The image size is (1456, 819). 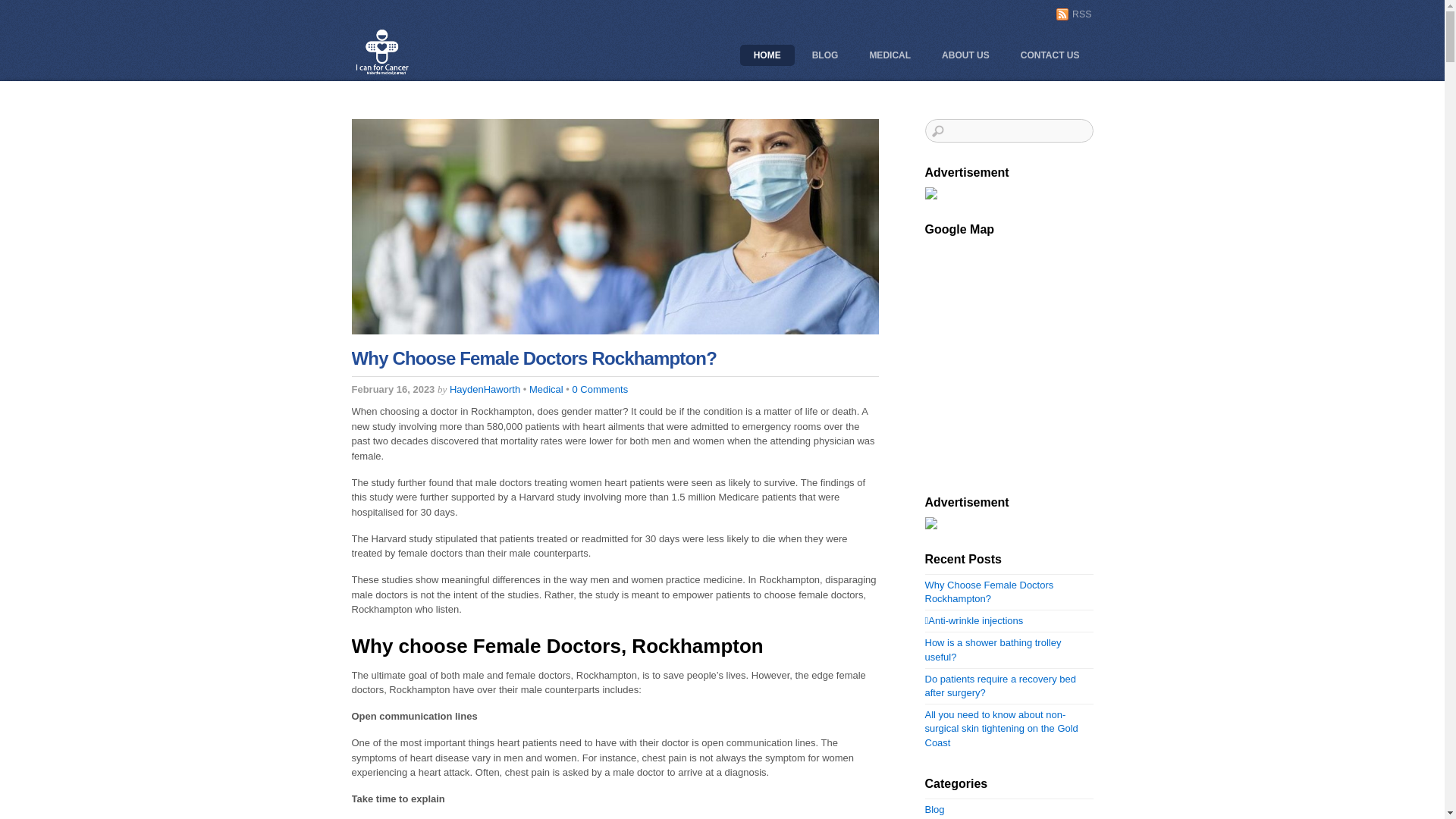 What do you see at coordinates (890, 55) in the screenshot?
I see `'MEDICAL'` at bounding box center [890, 55].